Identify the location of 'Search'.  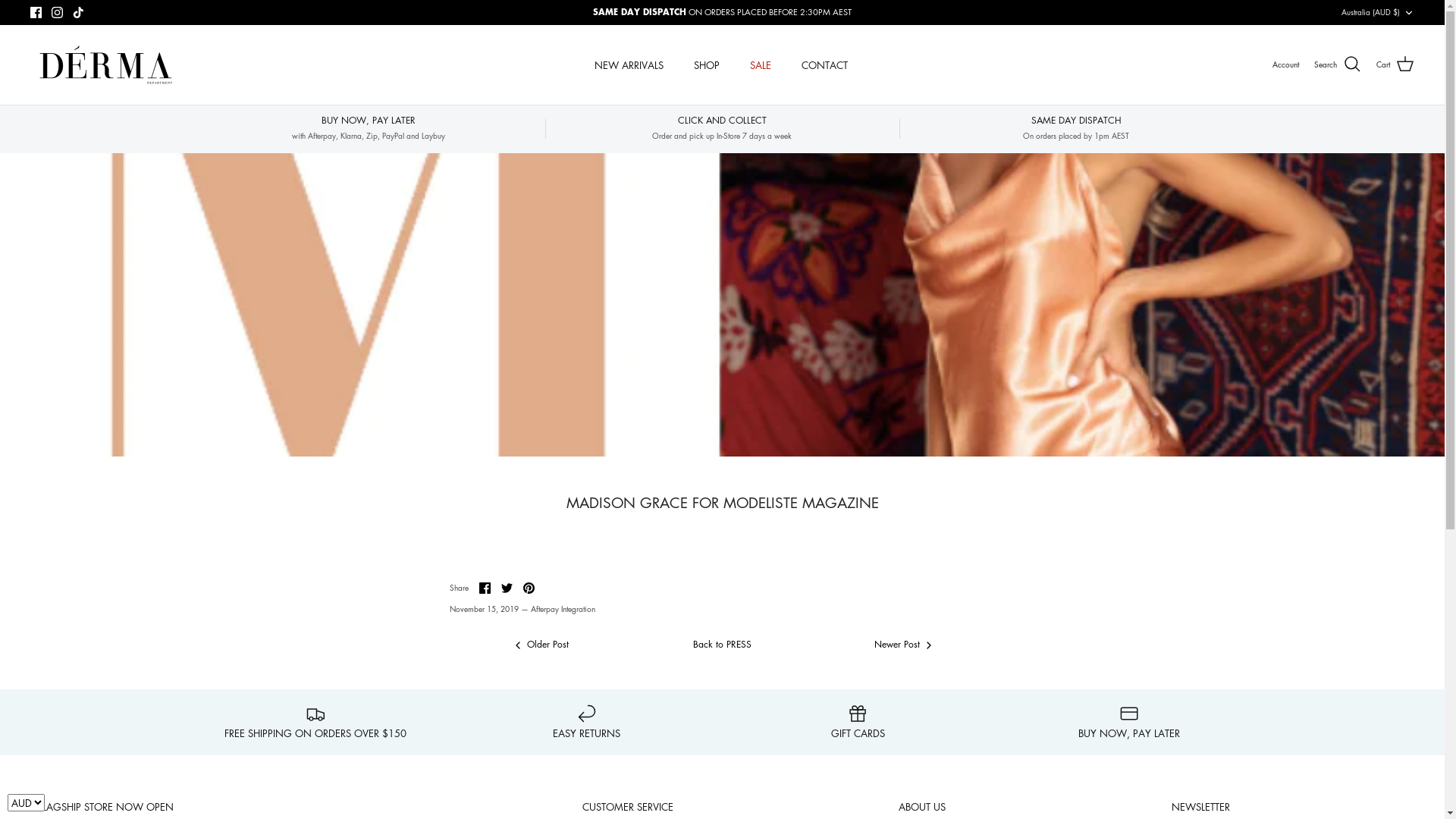
(1313, 63).